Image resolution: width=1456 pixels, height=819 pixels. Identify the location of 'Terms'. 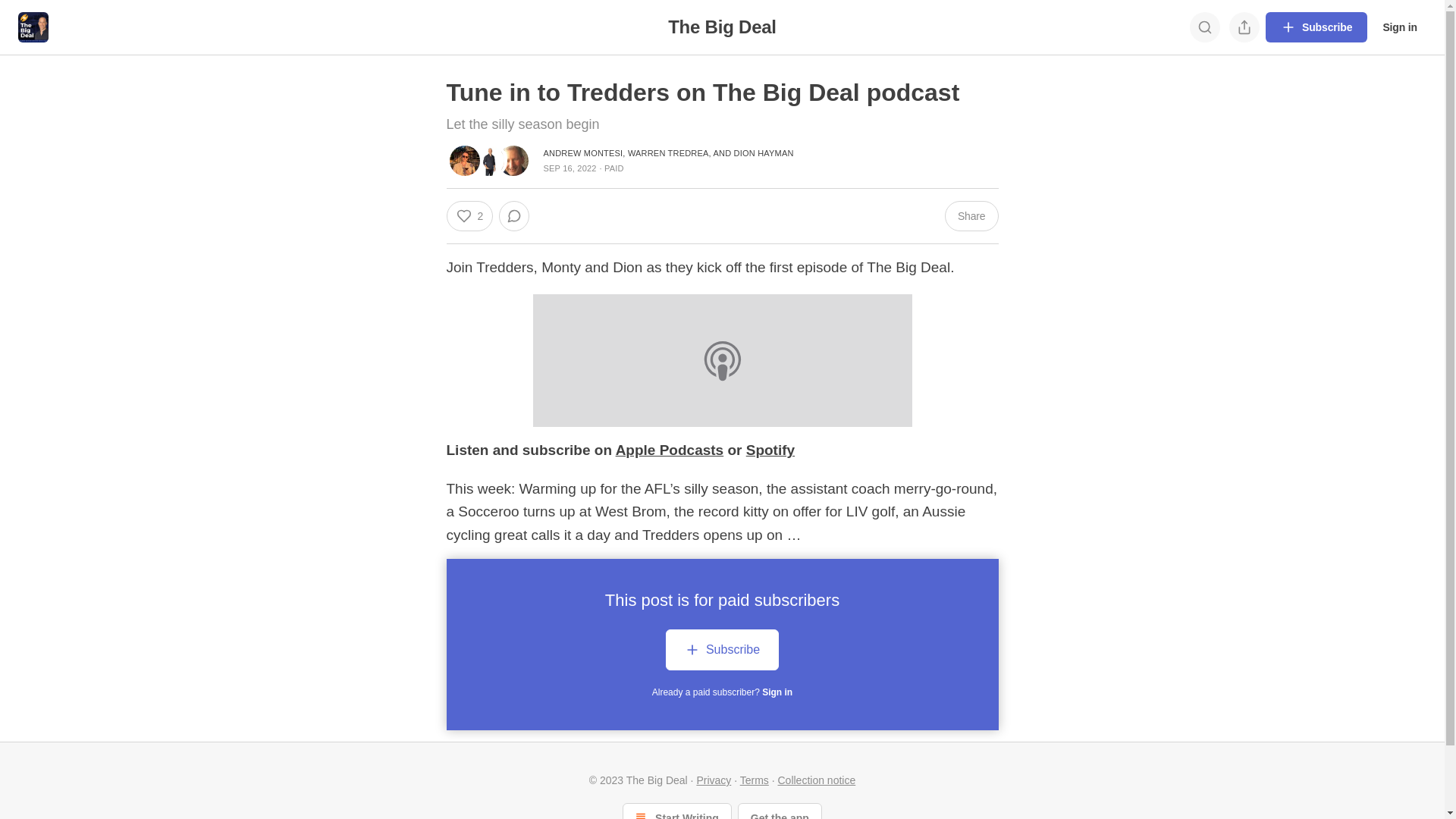
(754, 780).